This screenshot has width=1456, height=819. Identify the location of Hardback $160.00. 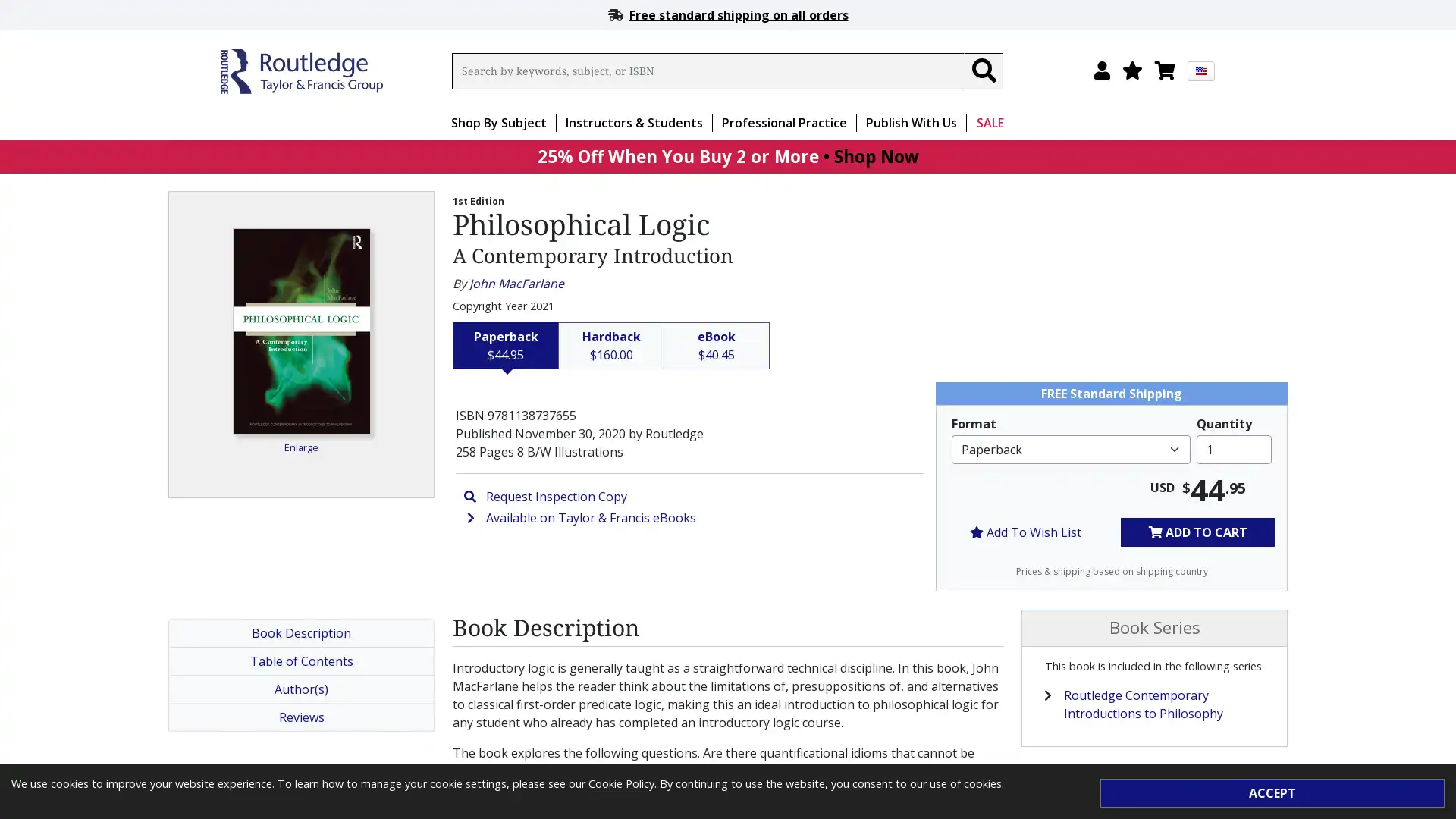
(611, 345).